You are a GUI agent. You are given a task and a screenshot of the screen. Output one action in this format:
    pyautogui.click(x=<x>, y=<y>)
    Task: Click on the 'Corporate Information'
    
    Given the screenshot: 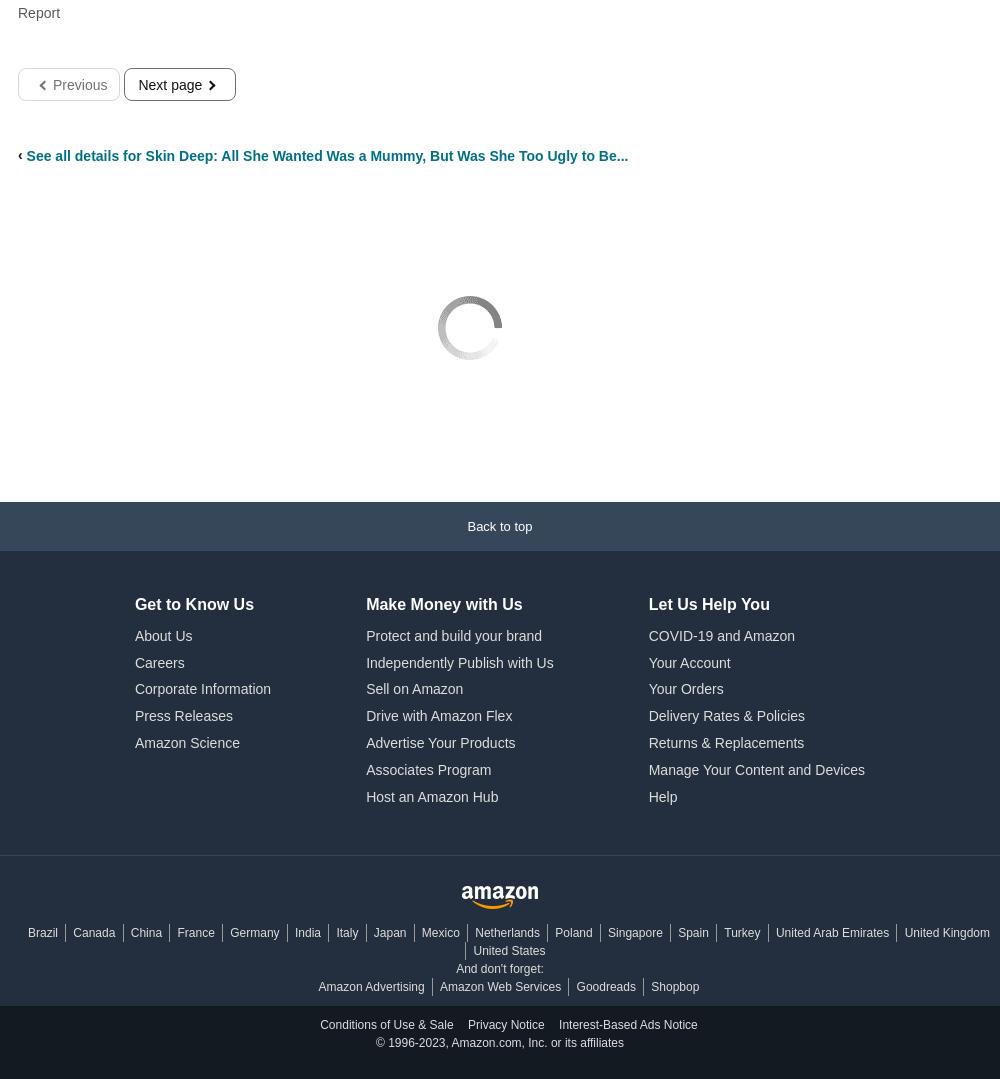 What is the action you would take?
    pyautogui.click(x=134, y=689)
    